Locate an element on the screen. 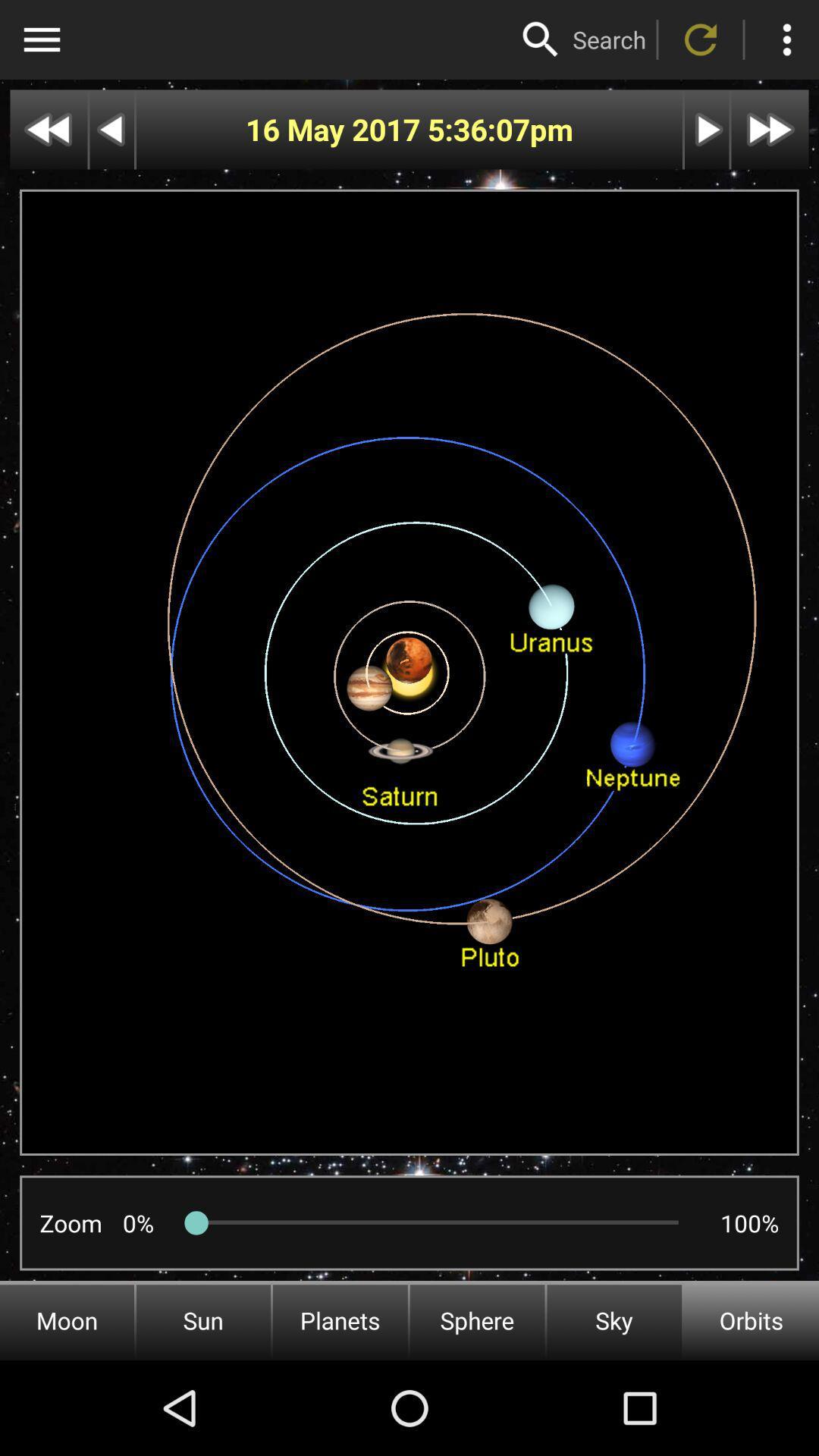  the app above pm is located at coordinates (608, 39).